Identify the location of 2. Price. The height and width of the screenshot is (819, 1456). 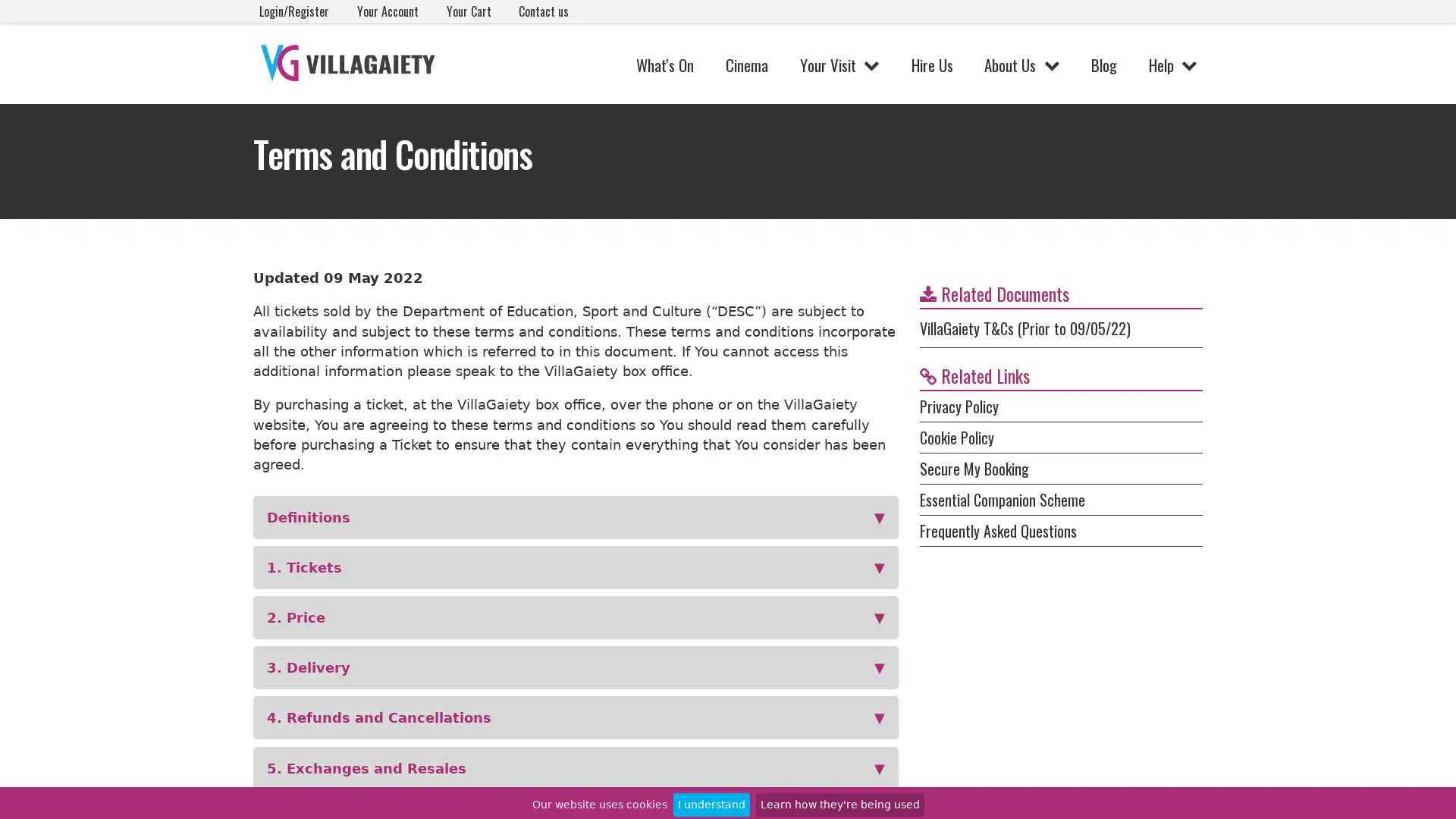
(575, 617).